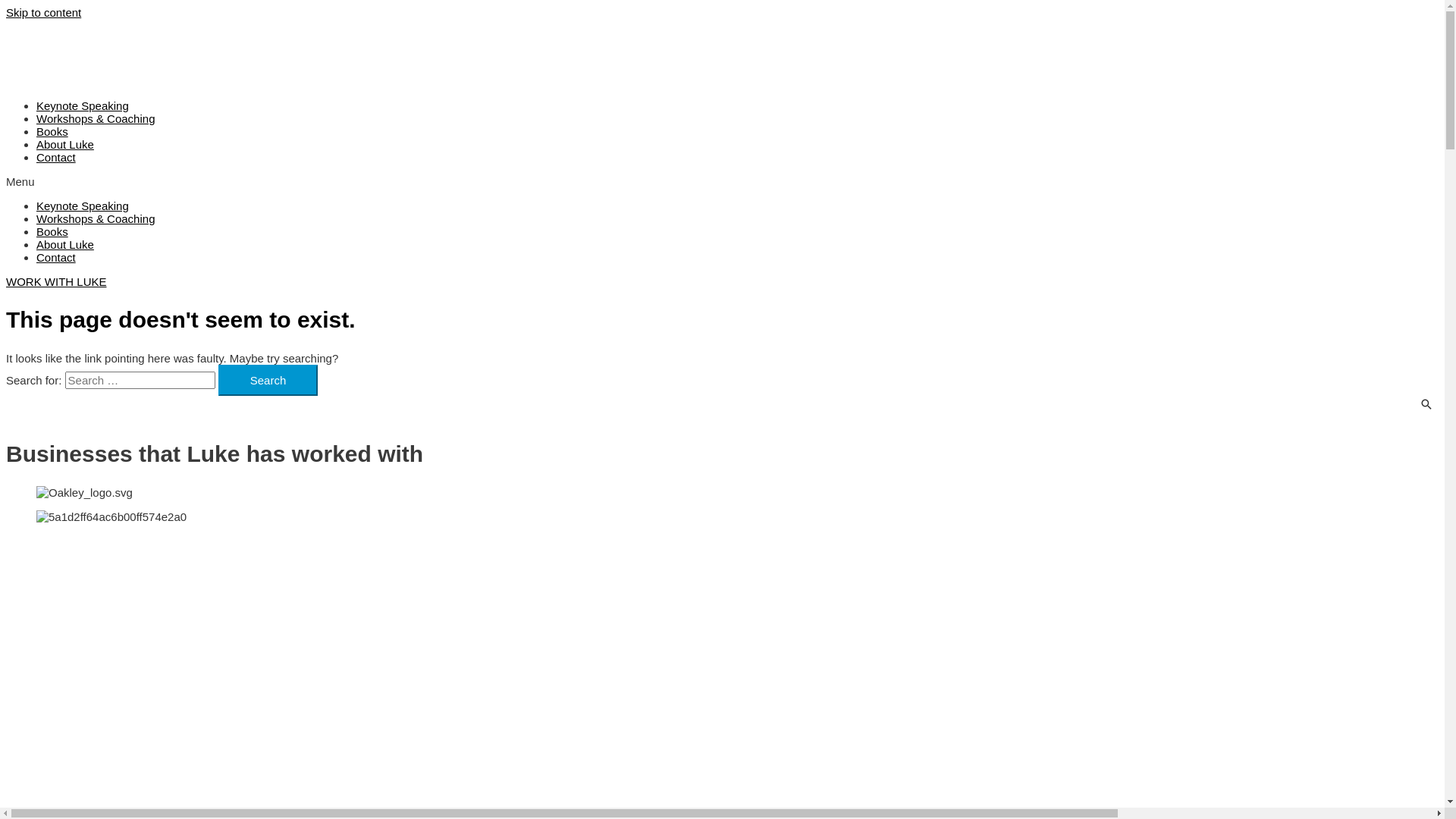  What do you see at coordinates (43, 12) in the screenshot?
I see `'Skip to content'` at bounding box center [43, 12].